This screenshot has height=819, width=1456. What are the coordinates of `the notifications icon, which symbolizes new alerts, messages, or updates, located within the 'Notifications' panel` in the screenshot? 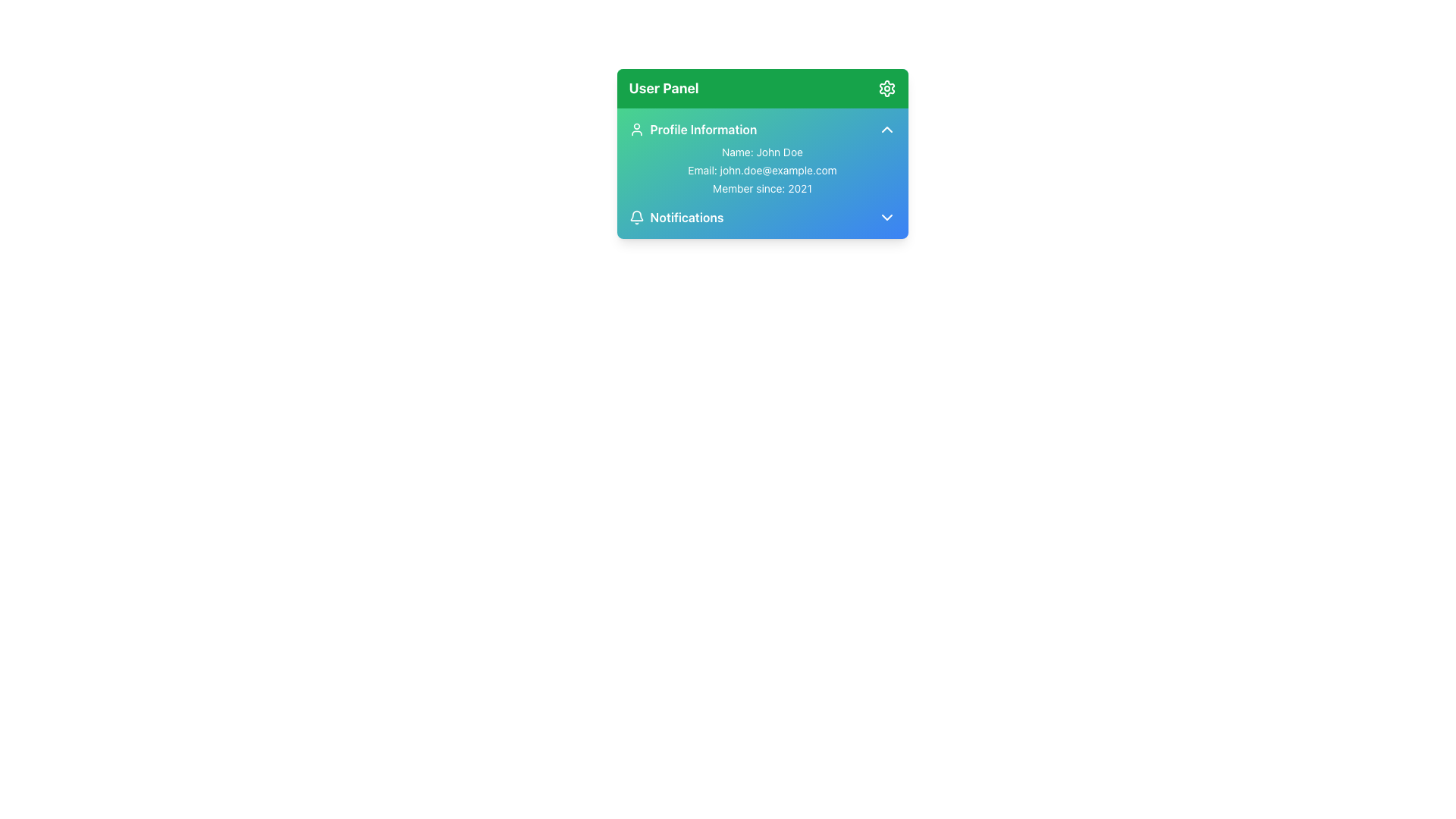 It's located at (636, 217).